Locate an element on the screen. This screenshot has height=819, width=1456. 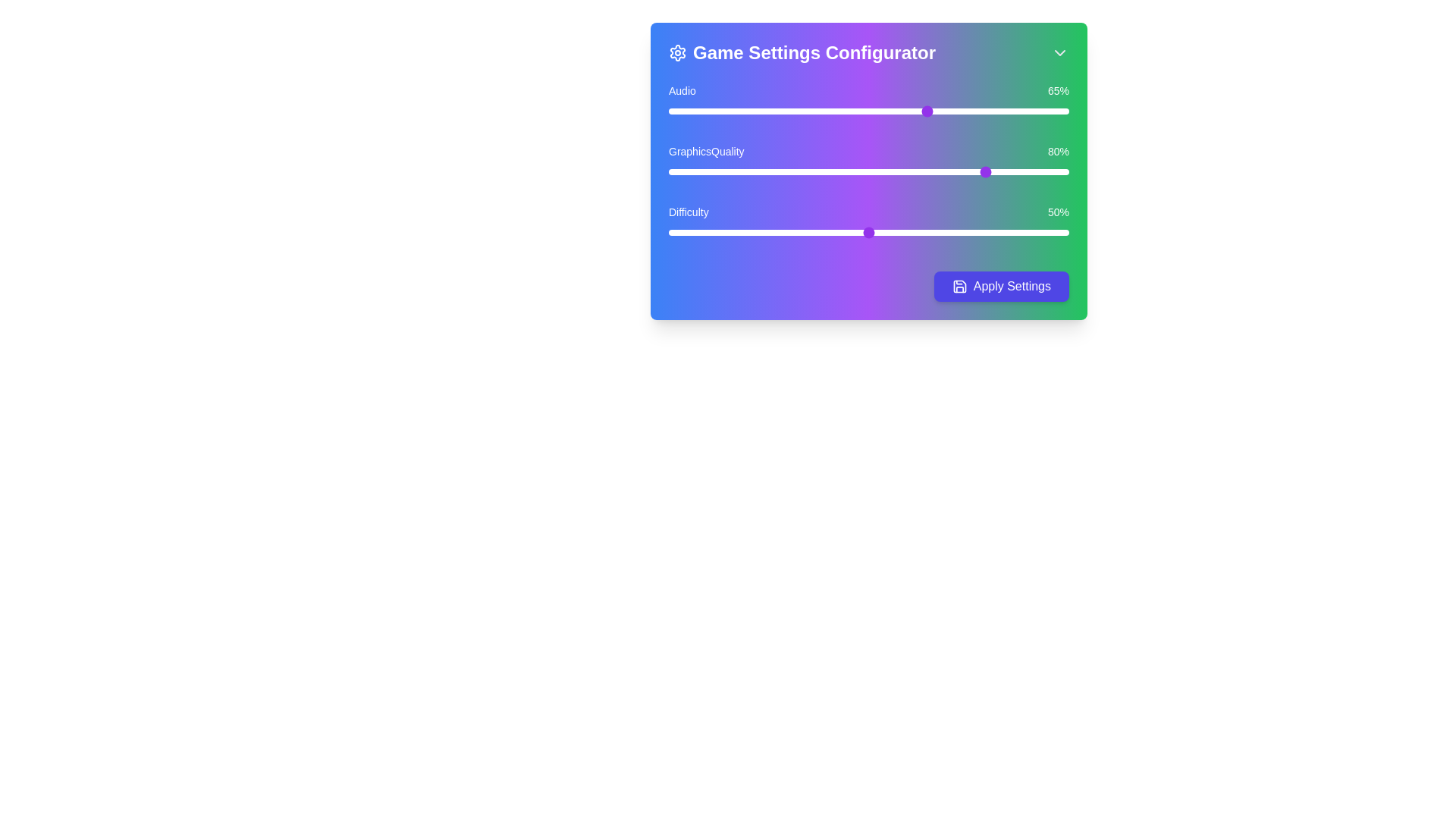
Graphics Quality is located at coordinates (948, 171).